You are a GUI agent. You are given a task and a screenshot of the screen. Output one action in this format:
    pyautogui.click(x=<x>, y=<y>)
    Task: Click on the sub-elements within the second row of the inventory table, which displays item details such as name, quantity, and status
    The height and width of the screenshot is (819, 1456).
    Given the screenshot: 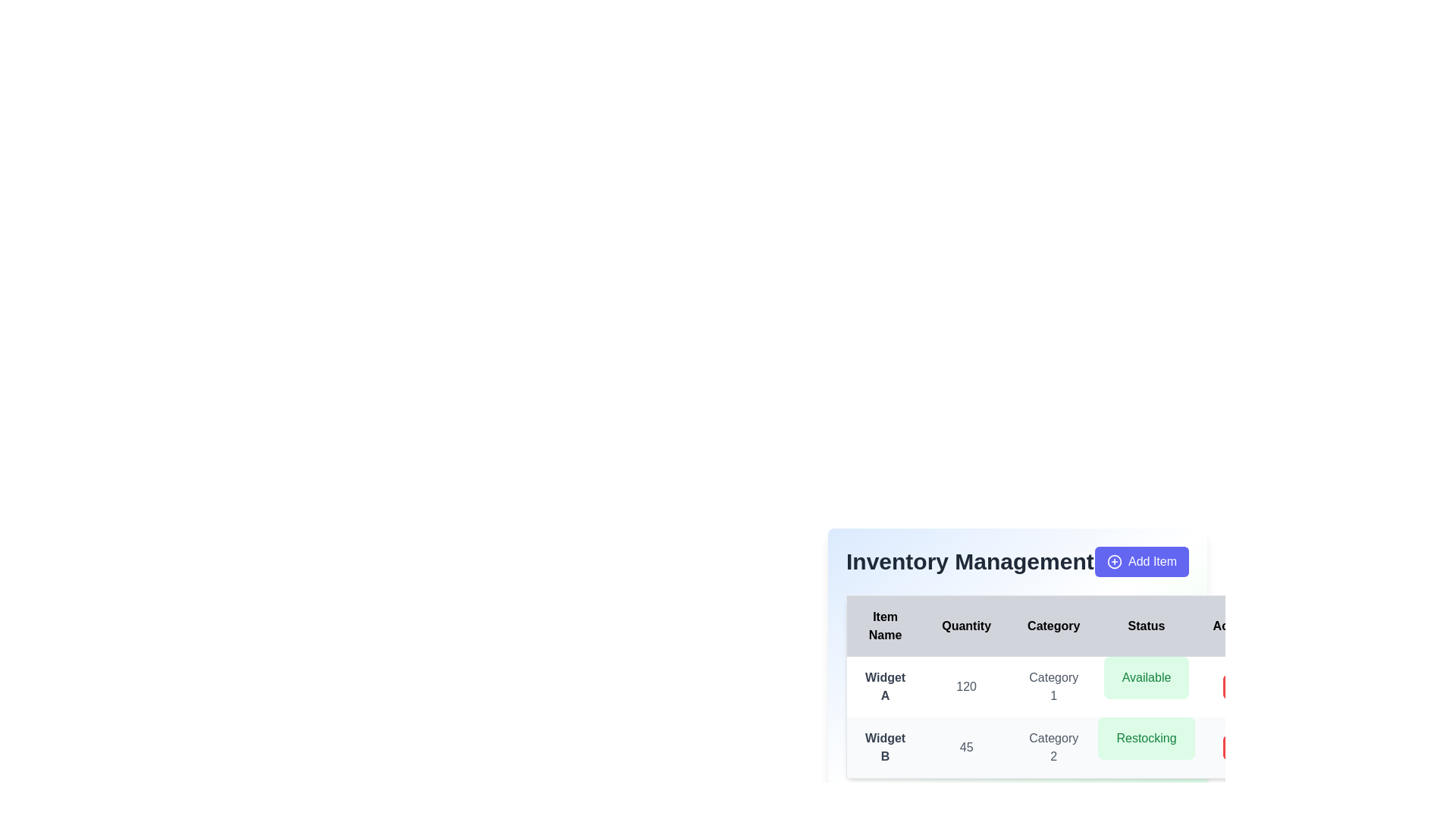 What is the action you would take?
    pyautogui.click(x=1060, y=717)
    